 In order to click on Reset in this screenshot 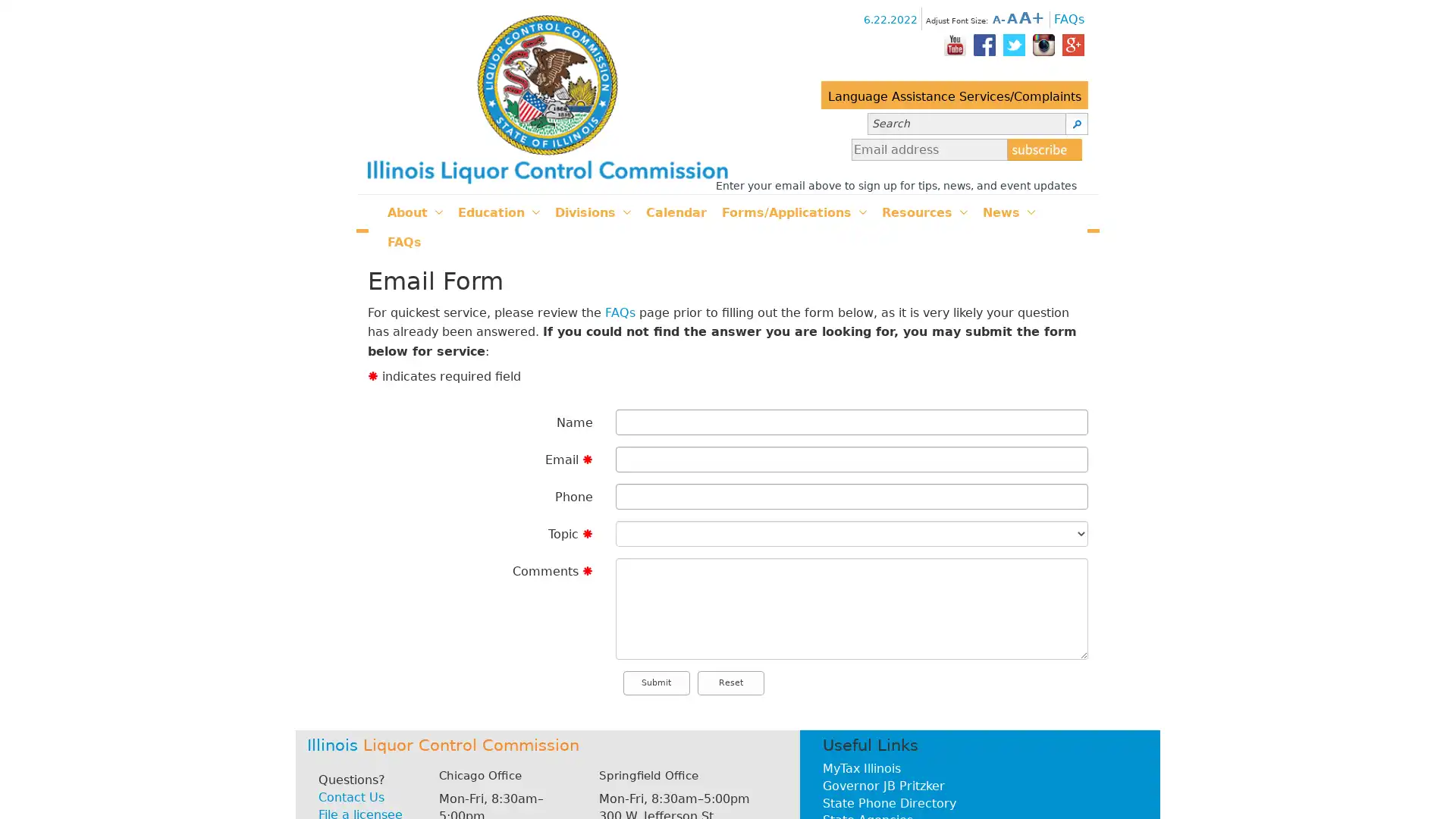, I will do `click(730, 682)`.